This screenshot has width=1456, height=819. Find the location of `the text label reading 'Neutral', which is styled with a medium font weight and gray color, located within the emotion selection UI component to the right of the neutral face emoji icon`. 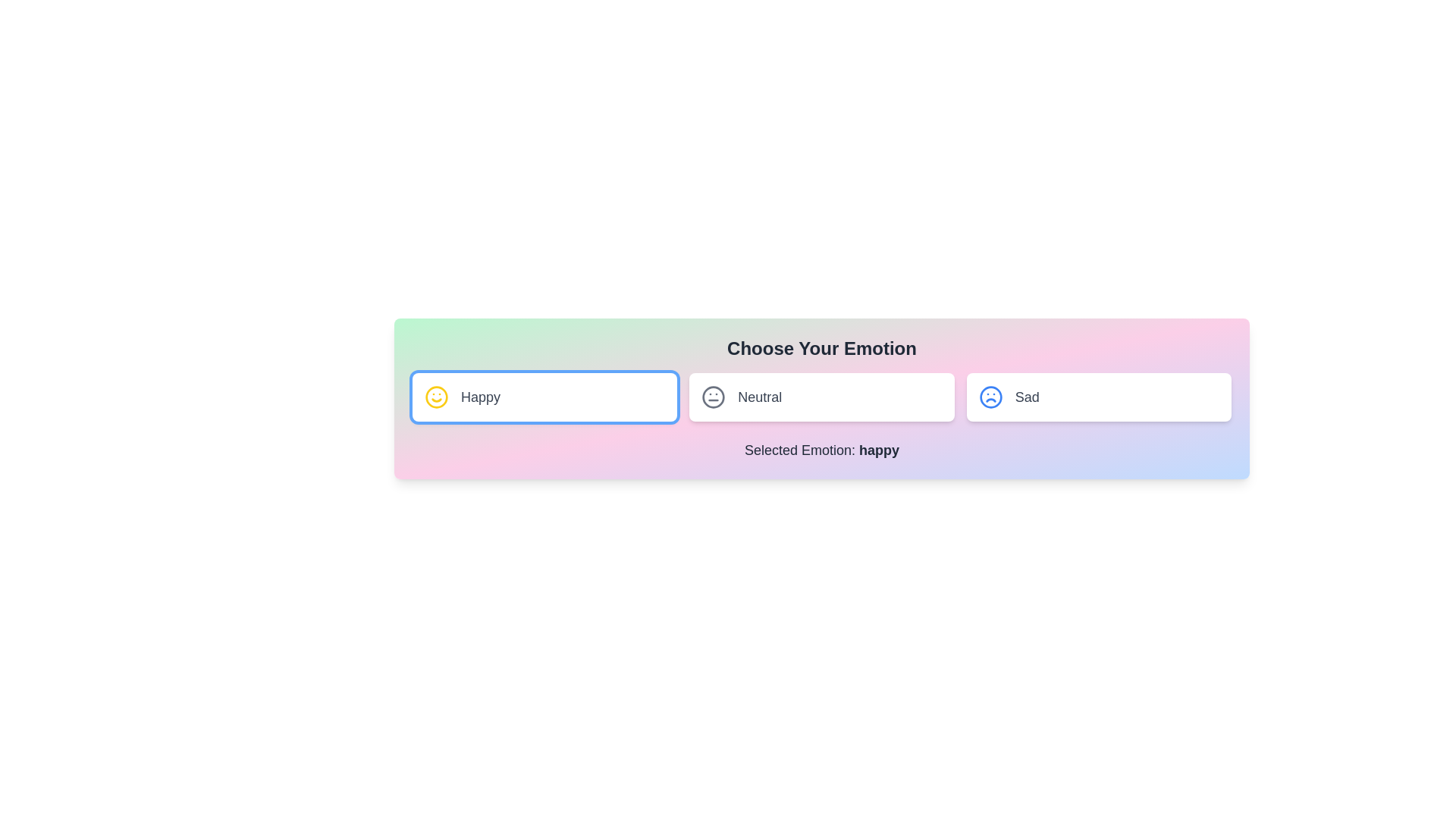

the text label reading 'Neutral', which is styled with a medium font weight and gray color, located within the emotion selection UI component to the right of the neutral face emoji icon is located at coordinates (760, 397).